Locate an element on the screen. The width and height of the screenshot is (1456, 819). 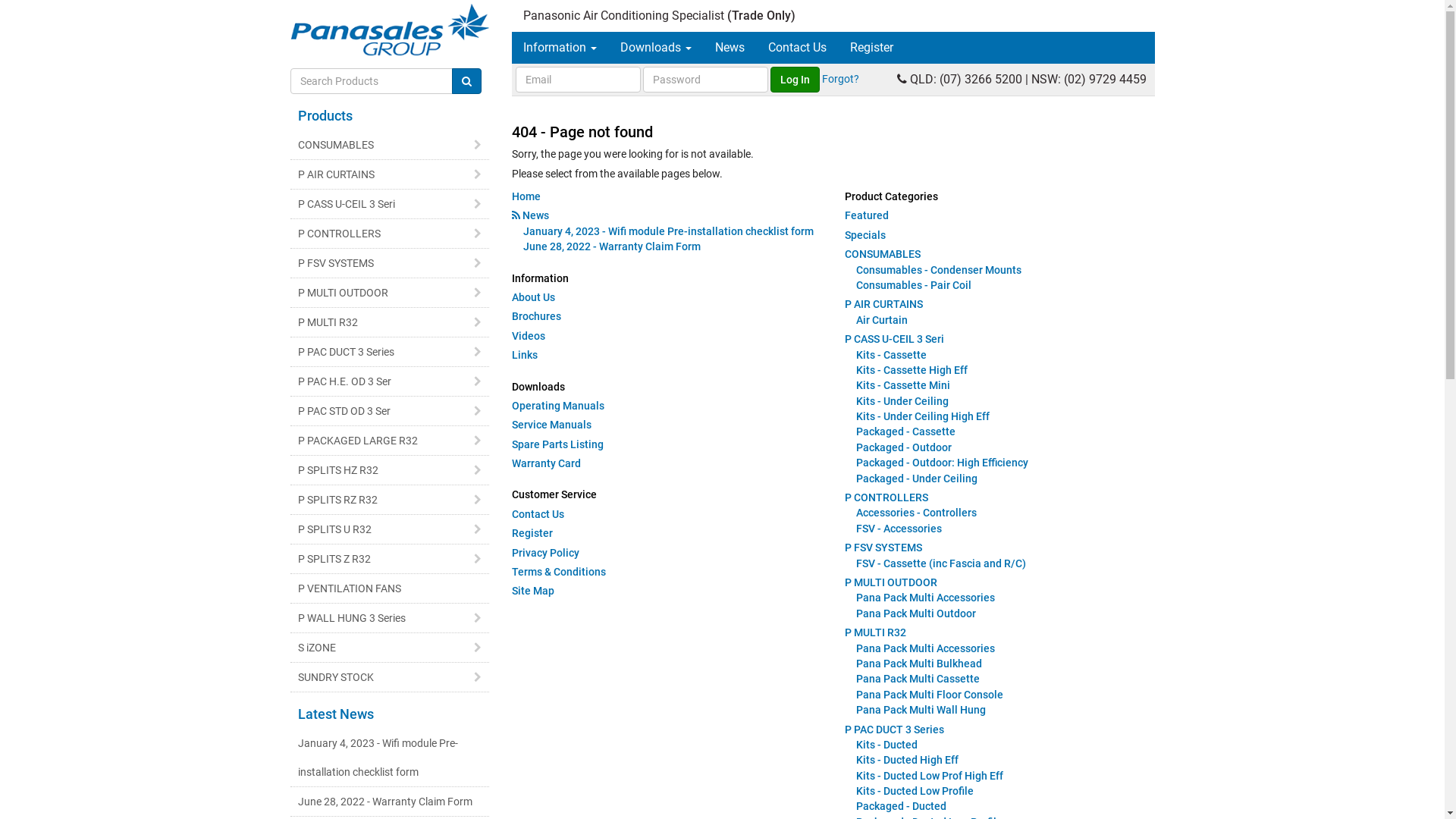
'P FSV SYSTEMS' is located at coordinates (389, 262).